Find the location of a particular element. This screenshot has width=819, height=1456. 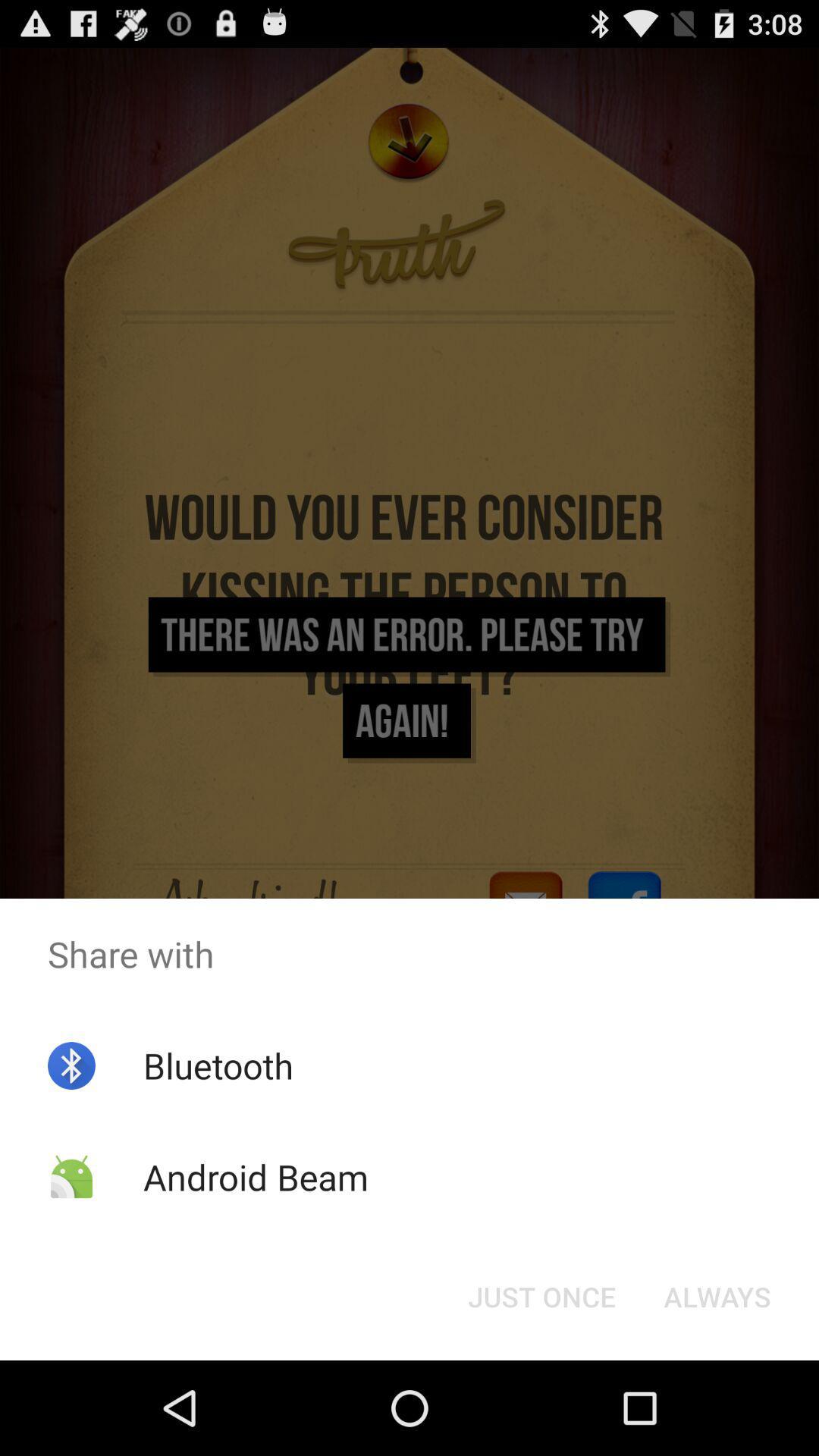

the always button is located at coordinates (717, 1295).